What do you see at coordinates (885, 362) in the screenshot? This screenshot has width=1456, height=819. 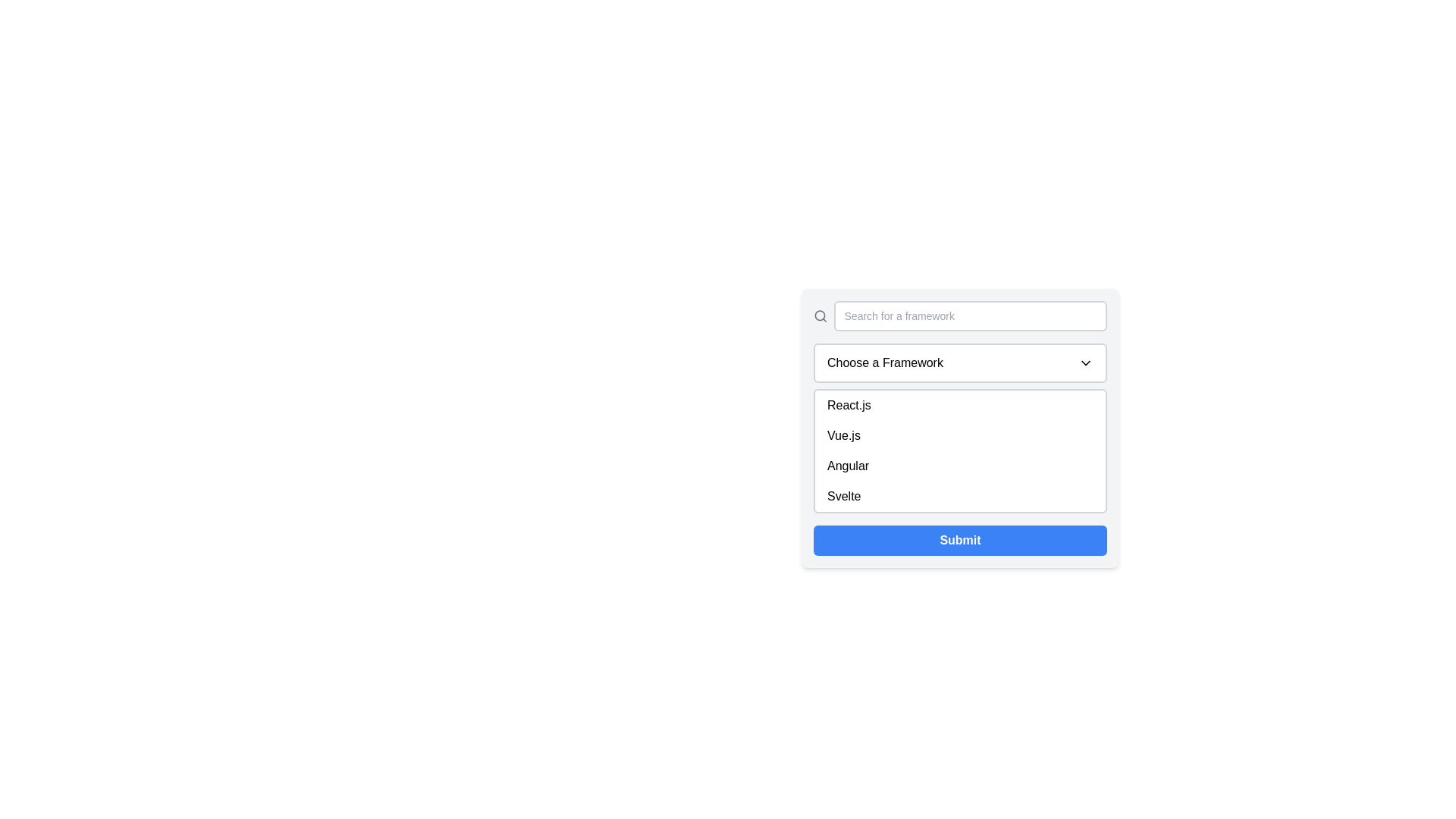 I see `the text label that reads 'Choose a Framework' located inside a dropdown component, which has a border and rounded edges, positioned slightly to the left of the dropdown arrow icon` at bounding box center [885, 362].